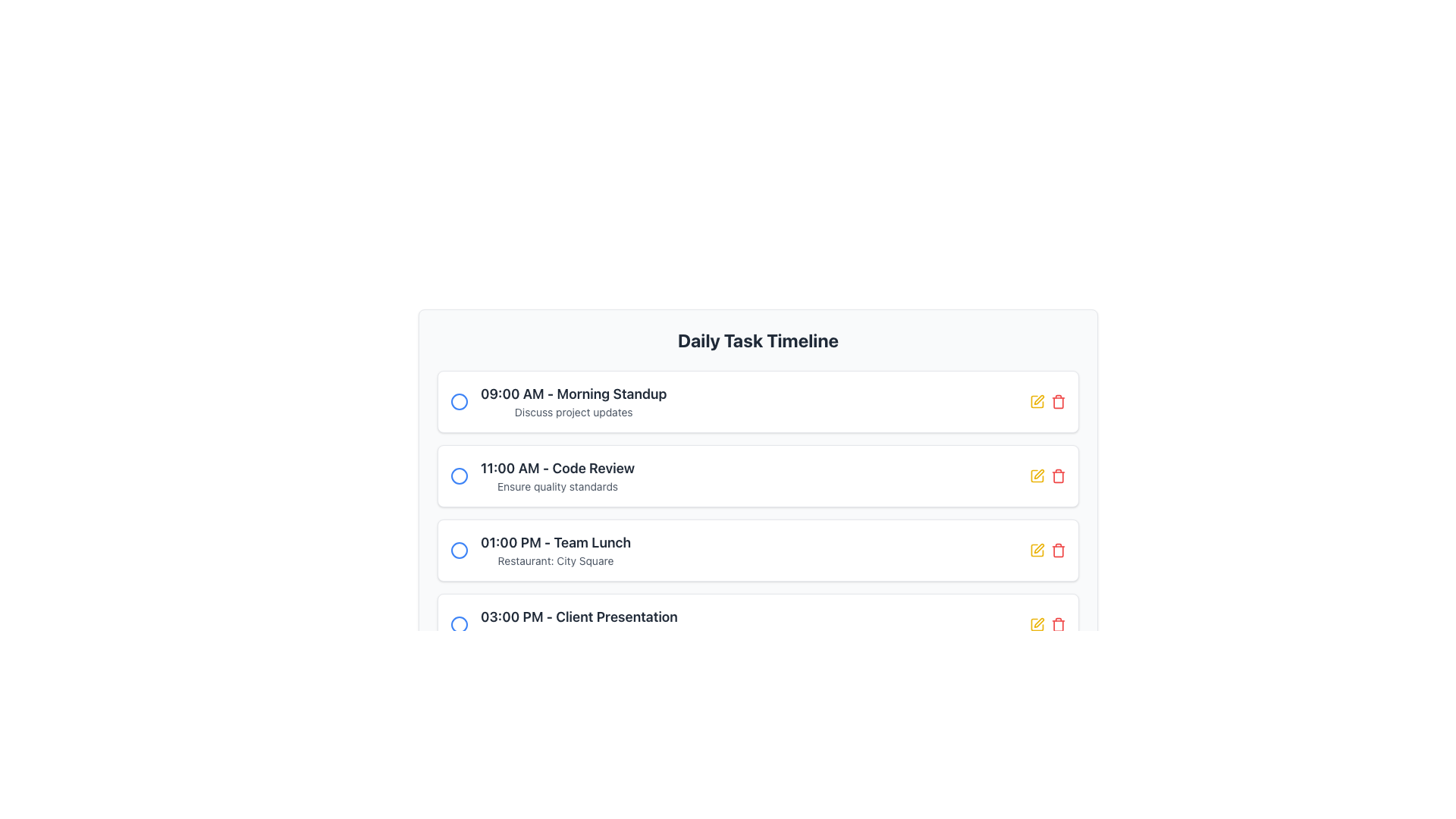 The image size is (1456, 819). I want to click on the small, yellow pen-like icon located in the third row of the 'Daily Task Timeline' section to initiate the editing functionality, so click(1037, 550).